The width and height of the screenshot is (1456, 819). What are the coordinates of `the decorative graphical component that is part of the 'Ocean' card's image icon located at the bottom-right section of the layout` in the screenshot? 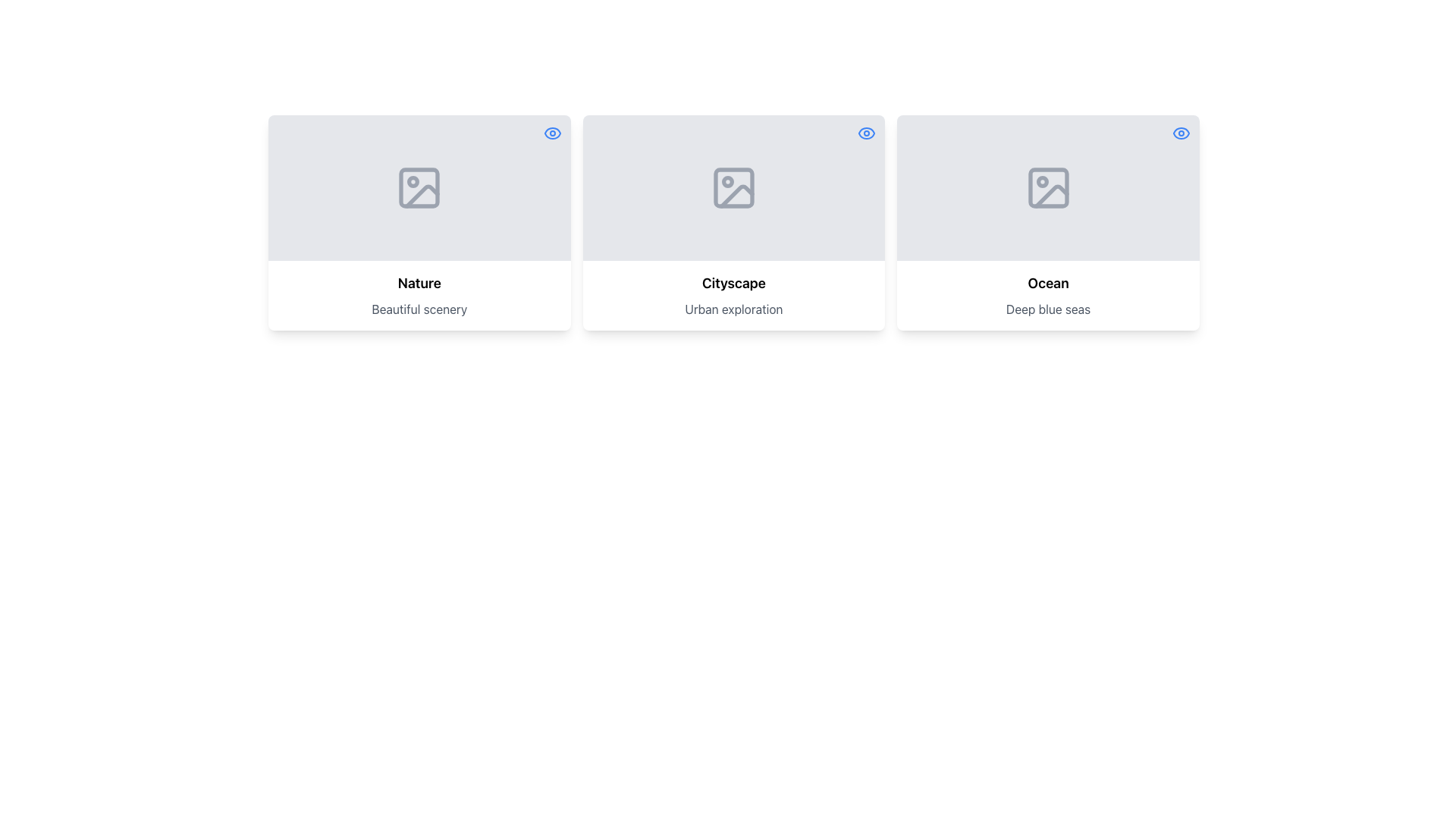 It's located at (1047, 187).